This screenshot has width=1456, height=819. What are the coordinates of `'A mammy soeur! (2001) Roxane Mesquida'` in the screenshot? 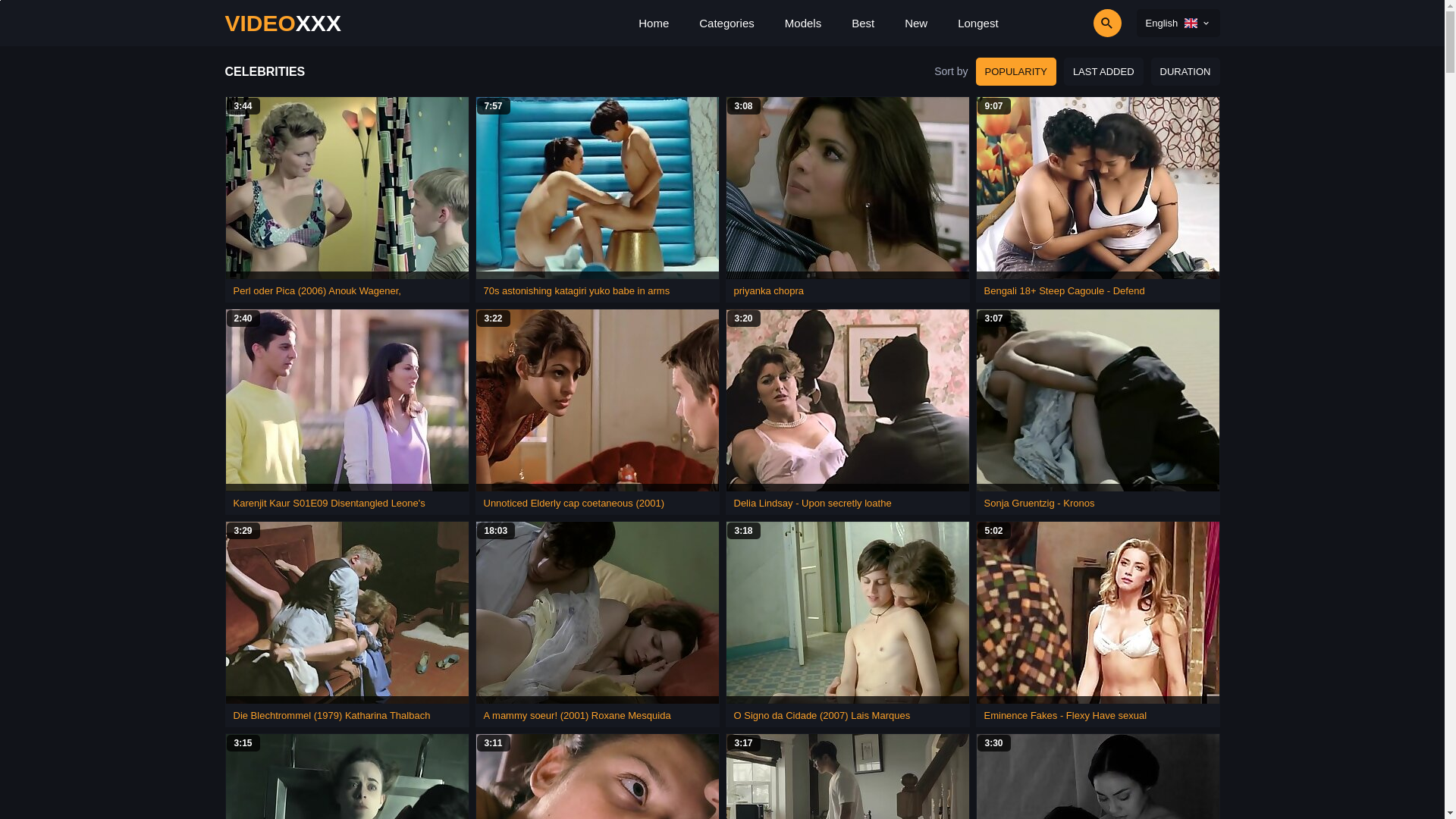 It's located at (576, 715).